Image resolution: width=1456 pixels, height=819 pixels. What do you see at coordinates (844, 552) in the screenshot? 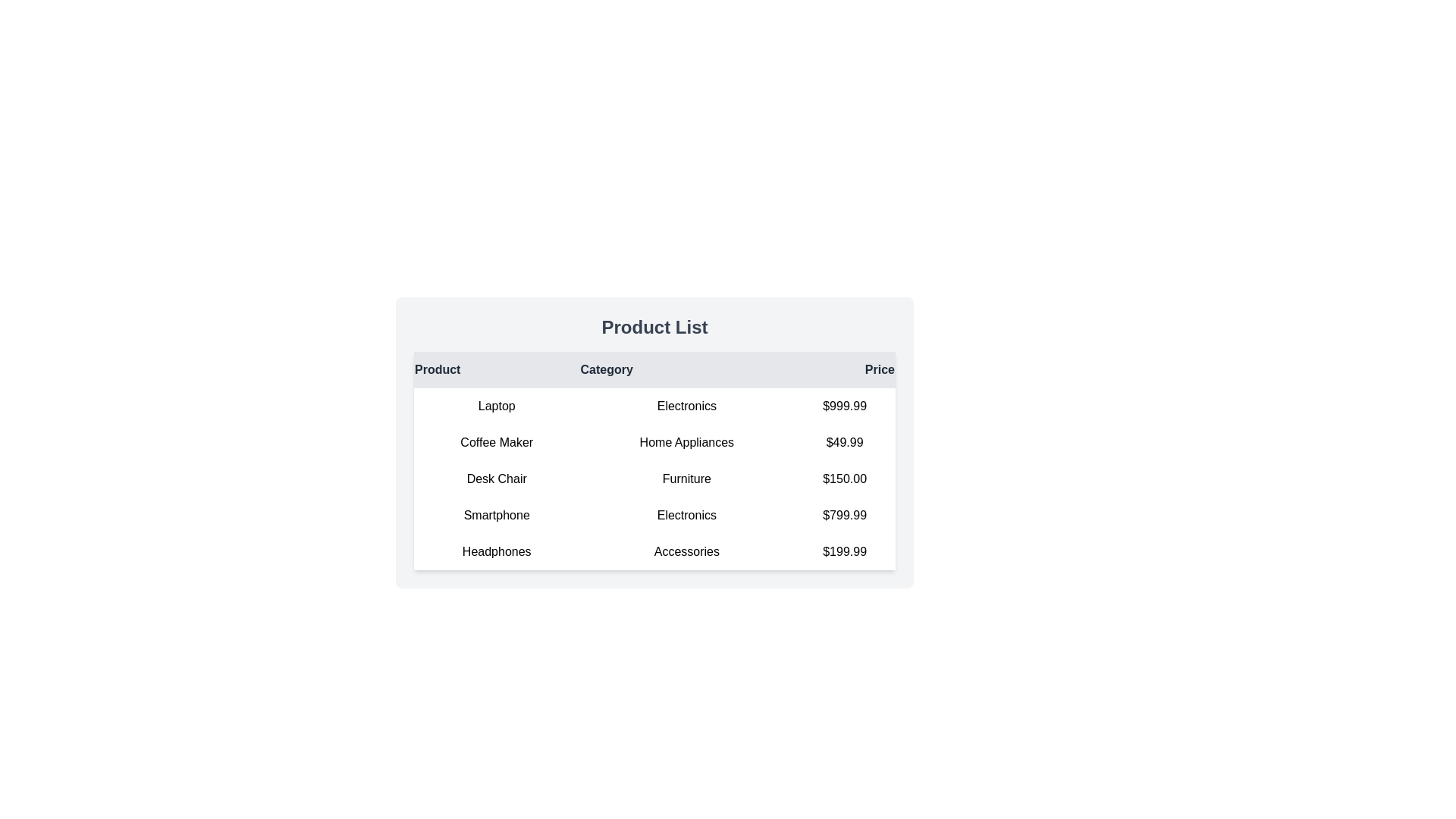
I see `the static text element displaying '$199.99' in the last column of the 'Product List' table, which is aligned with 'Headphones' and 'Accessories'` at bounding box center [844, 552].